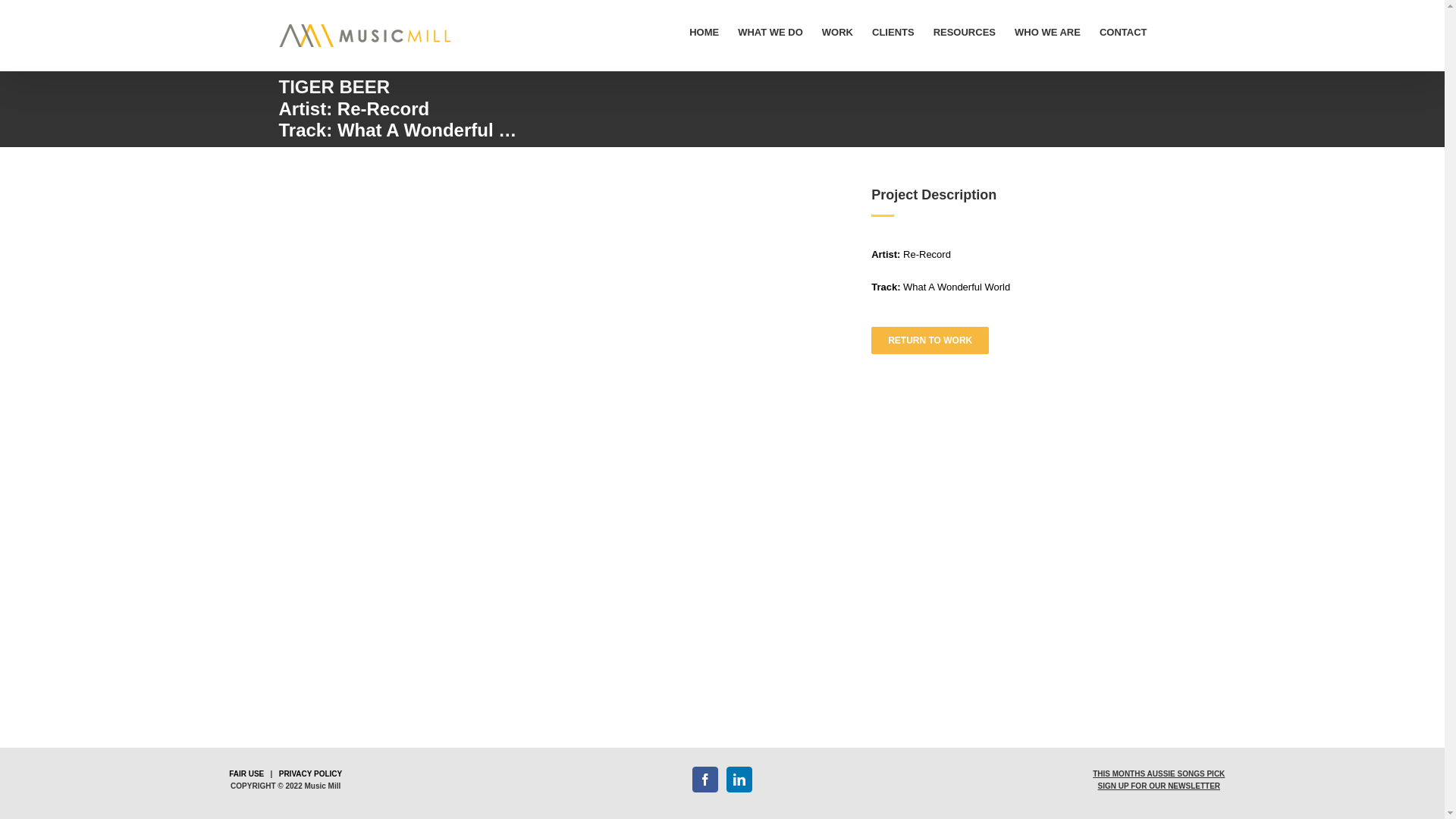 The height and width of the screenshot is (819, 1456). I want to click on 'SIGN UP FOR OUR NEWSLETTER', so click(1159, 785).